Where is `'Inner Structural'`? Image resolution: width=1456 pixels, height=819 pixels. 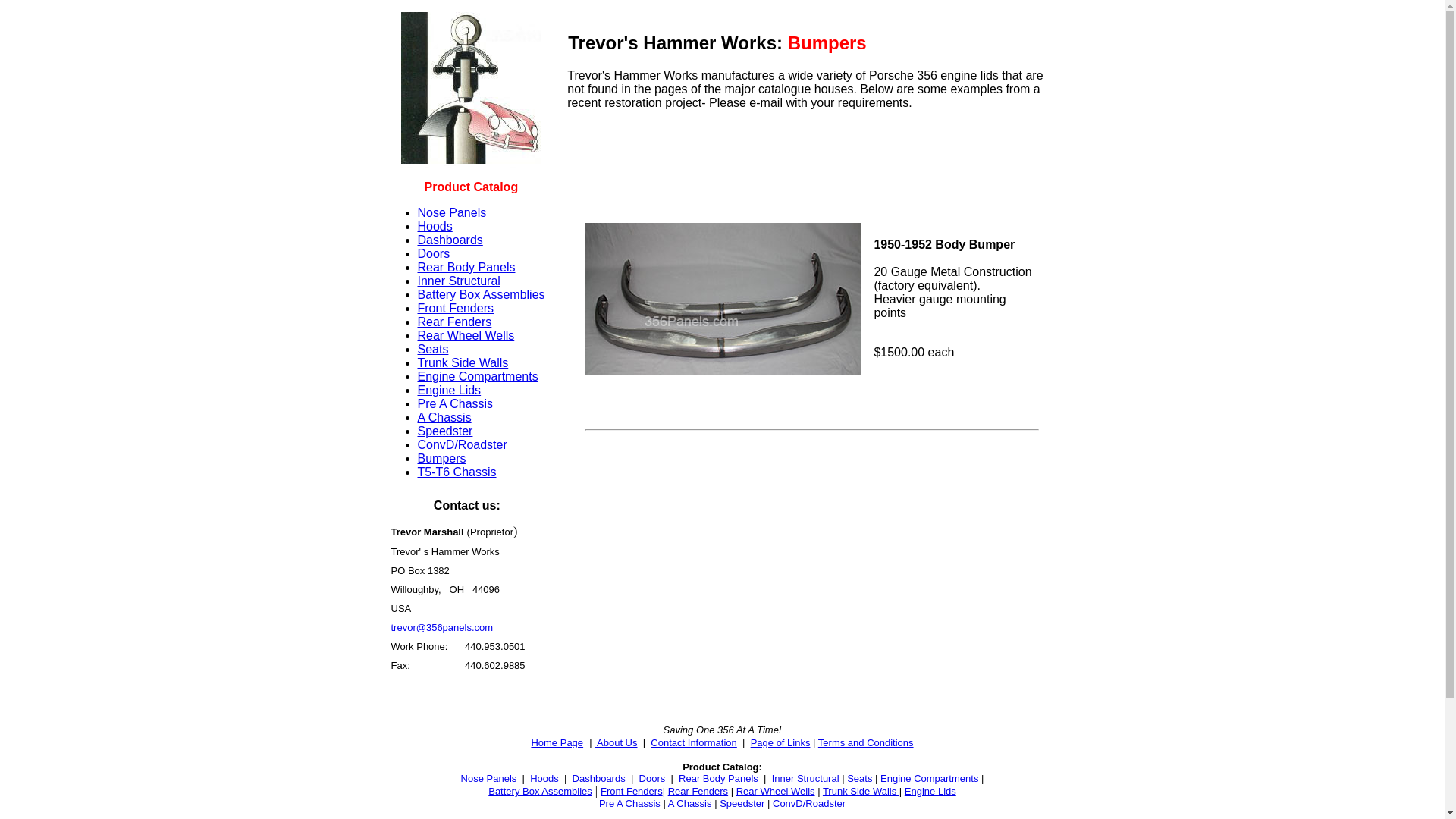 'Inner Structural' is located at coordinates (457, 281).